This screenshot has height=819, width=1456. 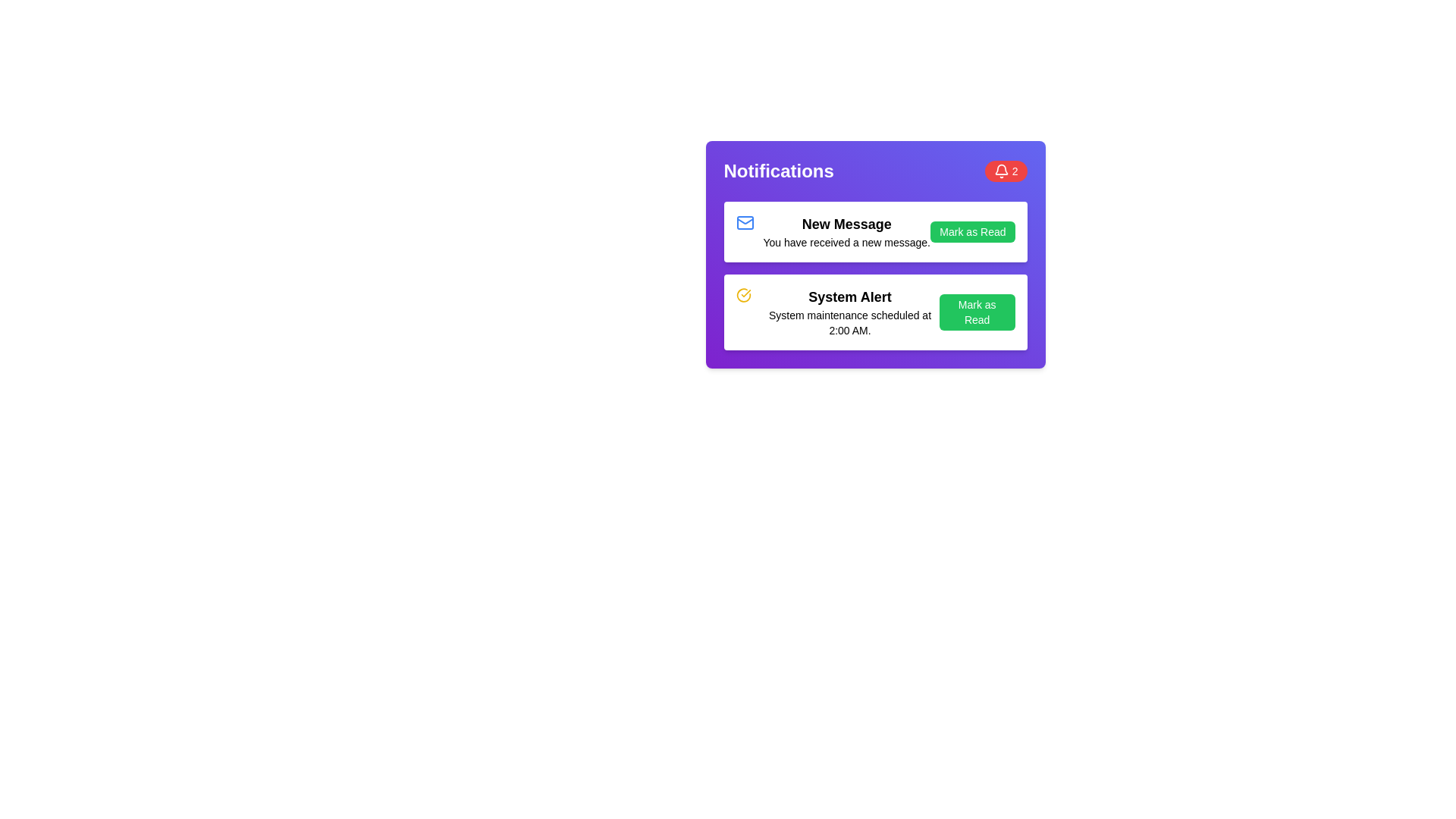 I want to click on title text of the notification item, which is positioned directly above the supporting message 'You have received a new message.', so click(x=846, y=224).